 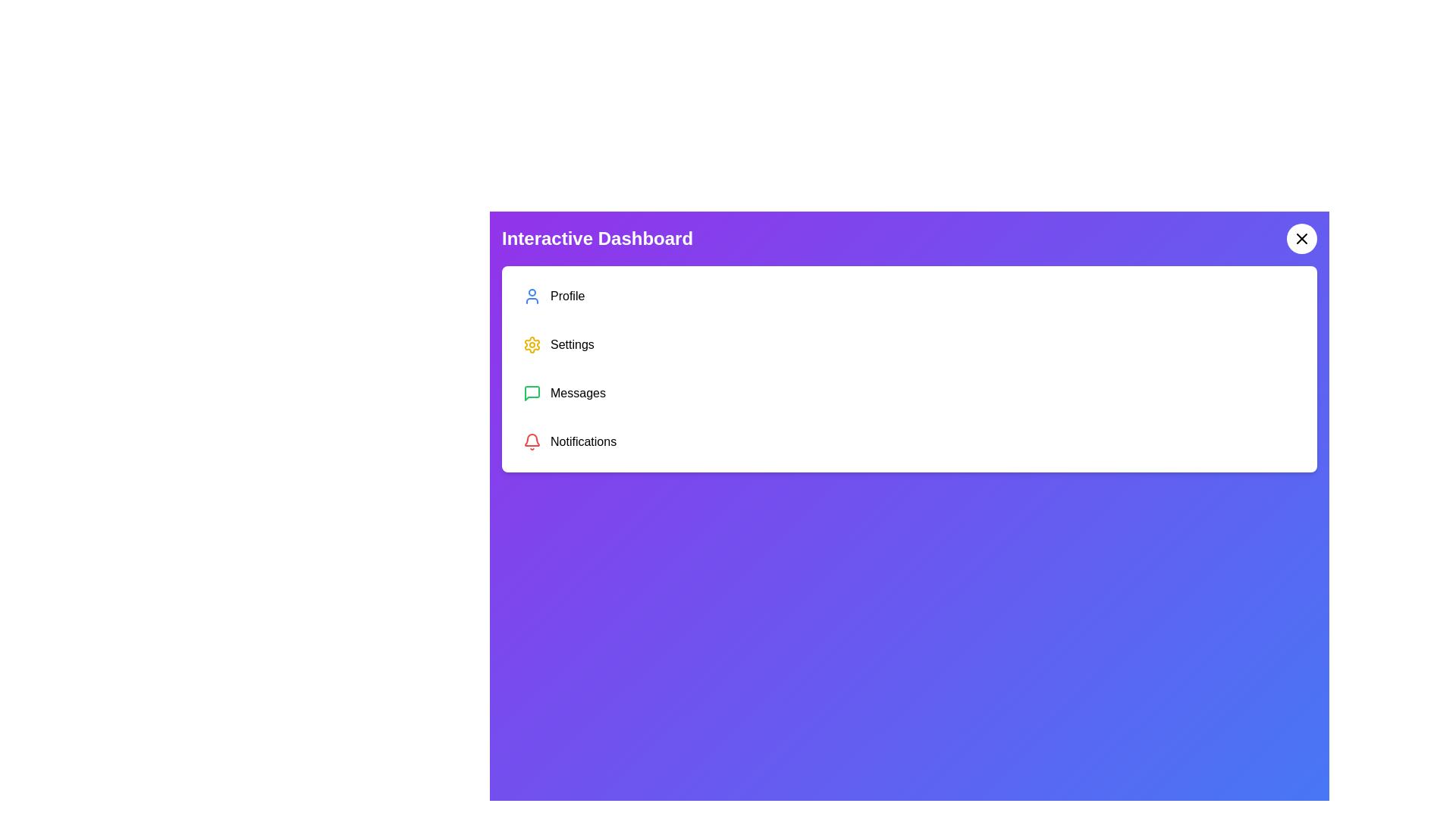 What do you see at coordinates (571, 345) in the screenshot?
I see `the 'Settings' text label, which is displayed in black font and positioned to the right of a yellow gear icon, as the second entry in the settings list` at bounding box center [571, 345].